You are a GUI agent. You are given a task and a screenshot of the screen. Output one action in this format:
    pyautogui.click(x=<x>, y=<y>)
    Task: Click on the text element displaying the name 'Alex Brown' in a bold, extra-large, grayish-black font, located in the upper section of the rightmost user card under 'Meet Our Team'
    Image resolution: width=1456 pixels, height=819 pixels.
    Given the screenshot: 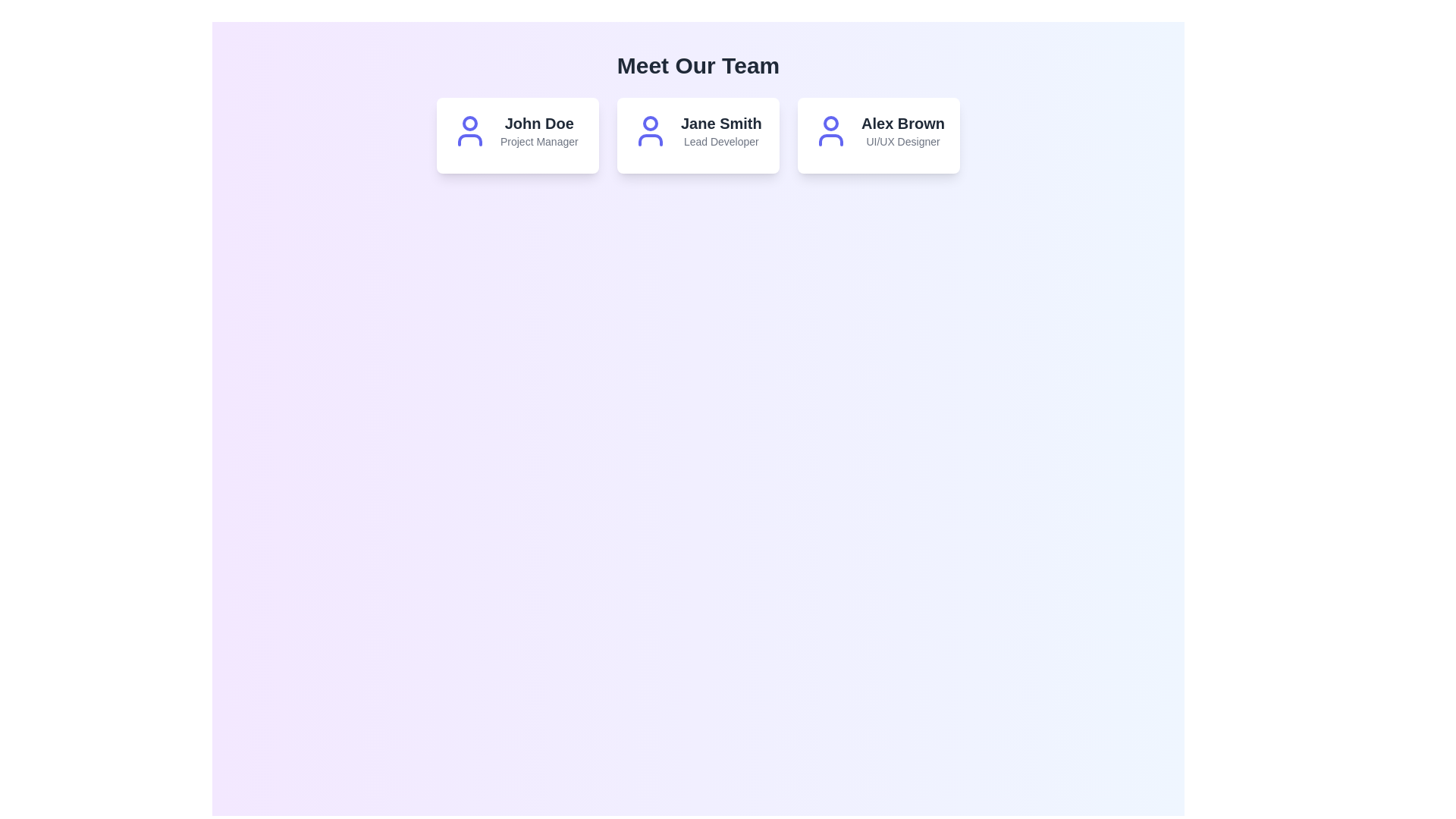 What is the action you would take?
    pyautogui.click(x=902, y=122)
    